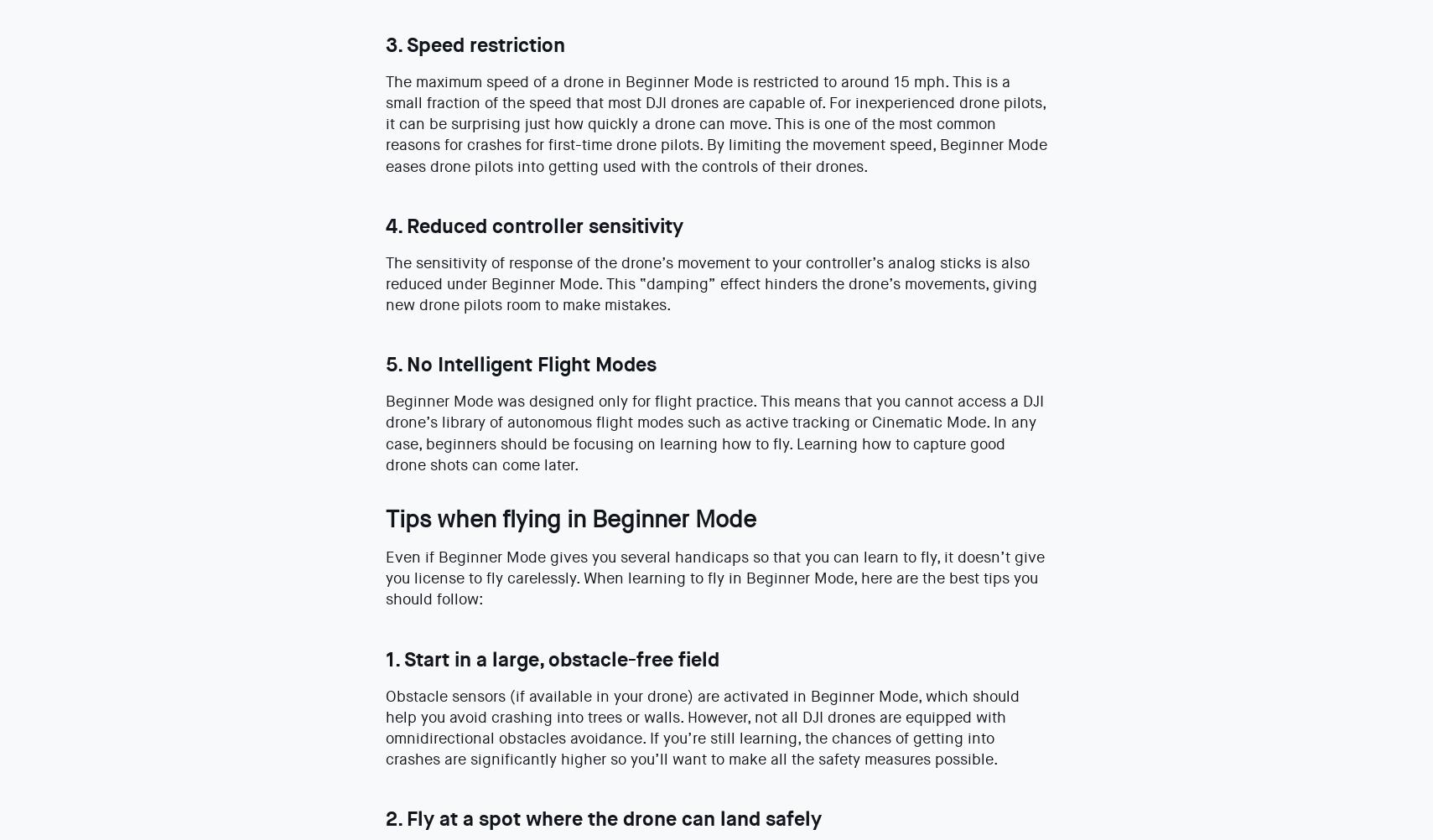 The width and height of the screenshot is (1433, 840). What do you see at coordinates (709, 283) in the screenshot?
I see `'The sensitivity of response of the drone’s movement to your controller’s analog sticks is also reduced under Beginner Mode. This “damping” effect hinders the drone’s movements, giving new drone pilots room to make mistakes.'` at bounding box center [709, 283].